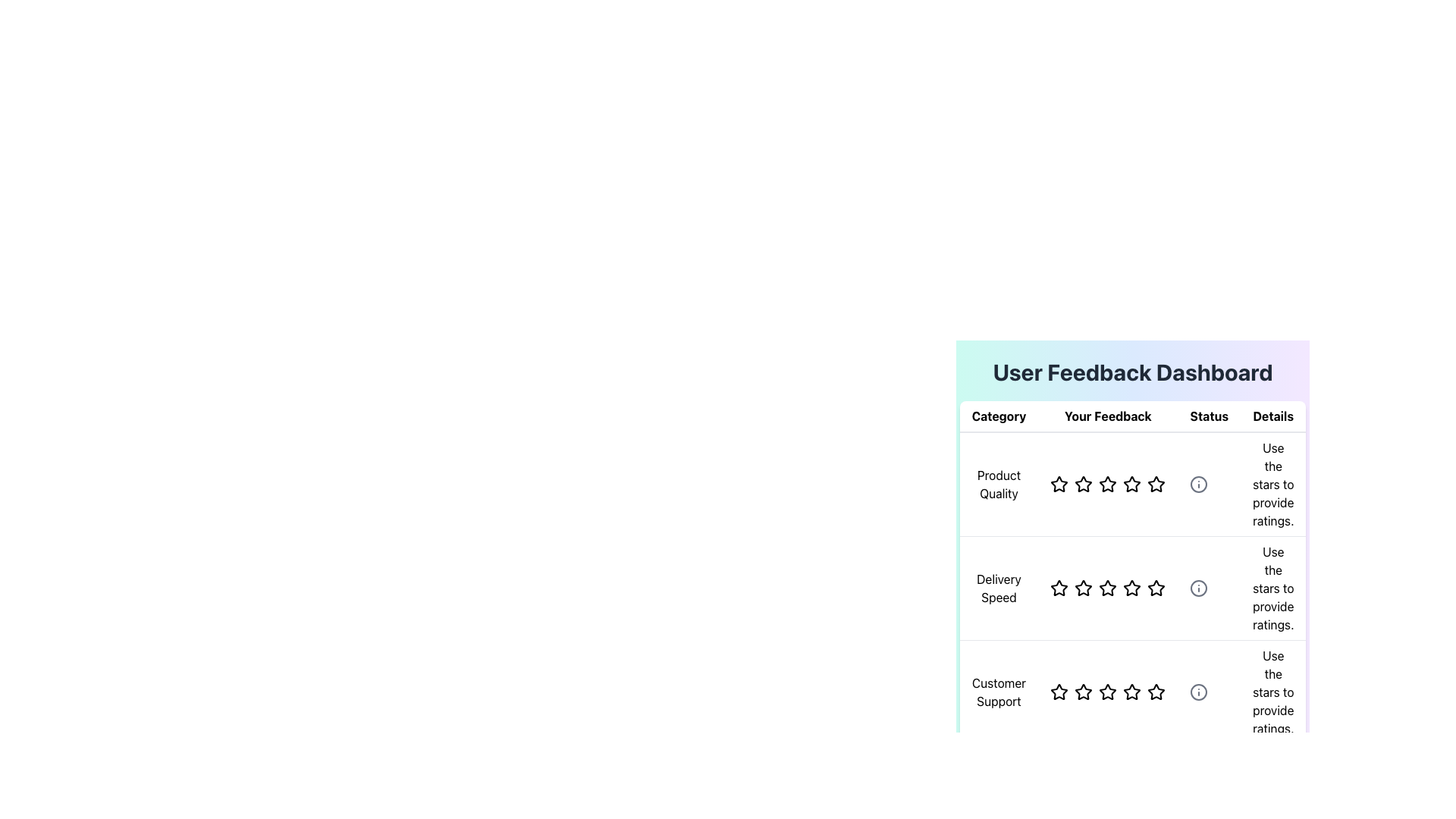  Describe the element at coordinates (1083, 587) in the screenshot. I see `the single-star rating icon button for 'Delivery Speed' in the 'Your Feedback' column` at that location.